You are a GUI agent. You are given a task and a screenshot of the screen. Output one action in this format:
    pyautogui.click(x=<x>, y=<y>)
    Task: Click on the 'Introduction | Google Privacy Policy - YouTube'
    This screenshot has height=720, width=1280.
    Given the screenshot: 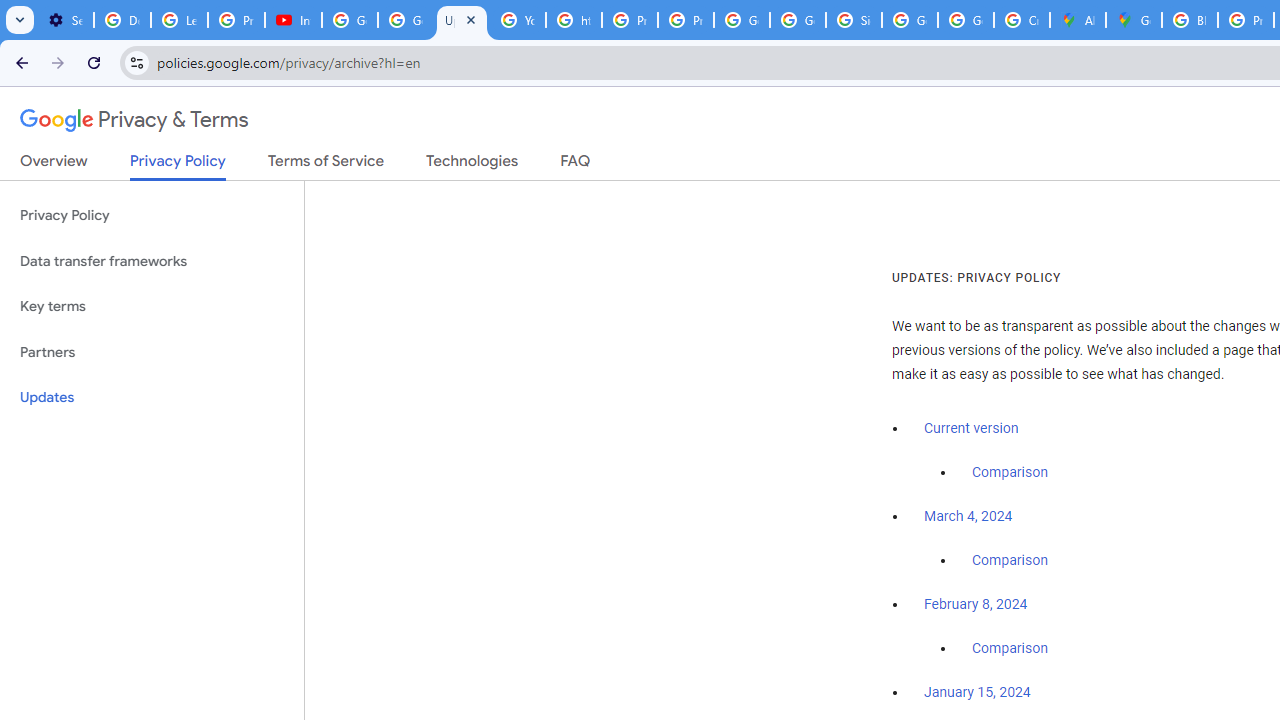 What is the action you would take?
    pyautogui.click(x=292, y=20)
    